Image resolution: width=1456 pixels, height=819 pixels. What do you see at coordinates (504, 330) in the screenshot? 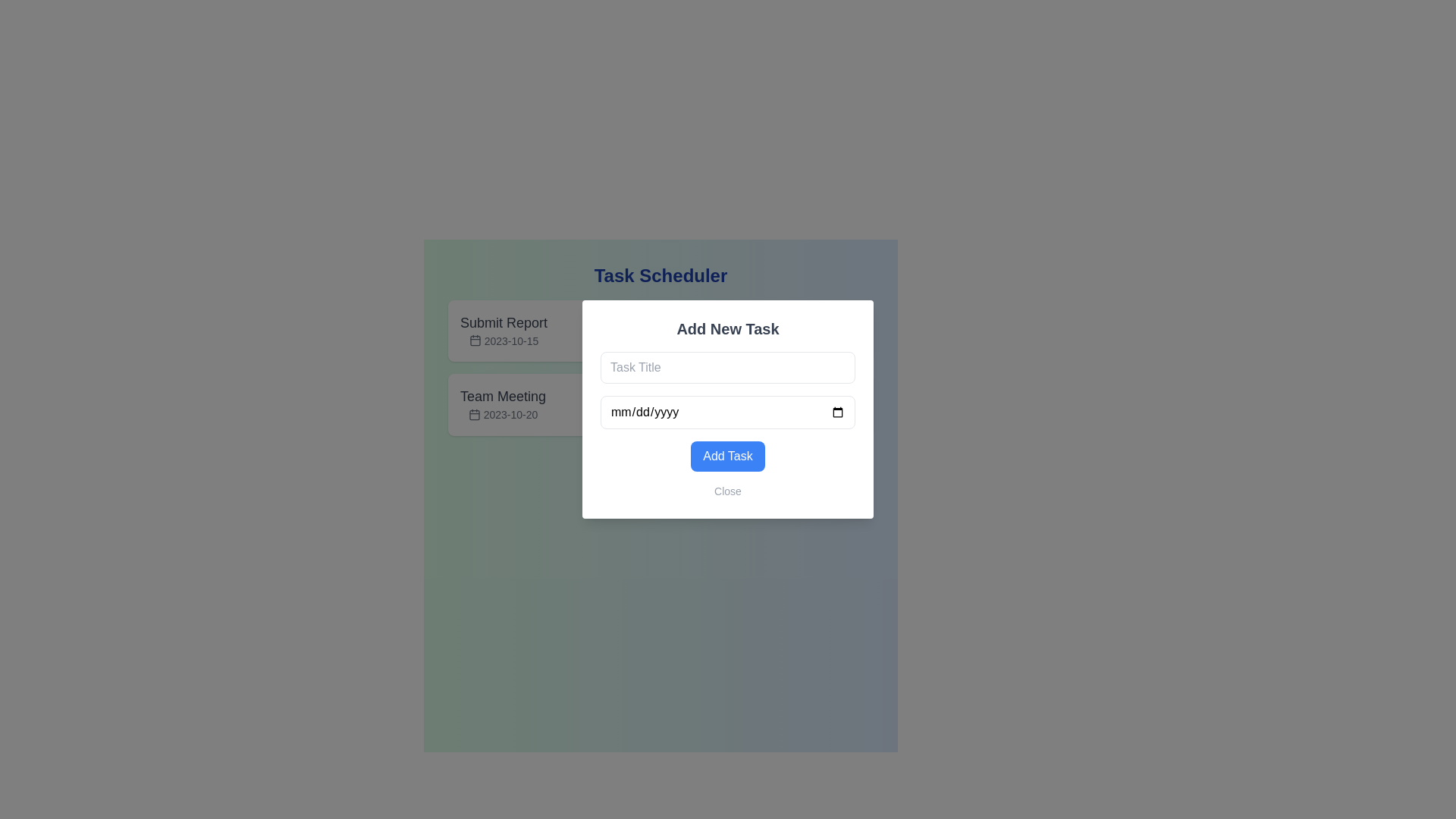
I see `the 'Submit Report' label, which is a prominent static textual display styled in a large bold typeface and accompanied by a smaller date text and a calendar icon, located in the top-left corner of the 'Task Scheduler' section` at bounding box center [504, 330].